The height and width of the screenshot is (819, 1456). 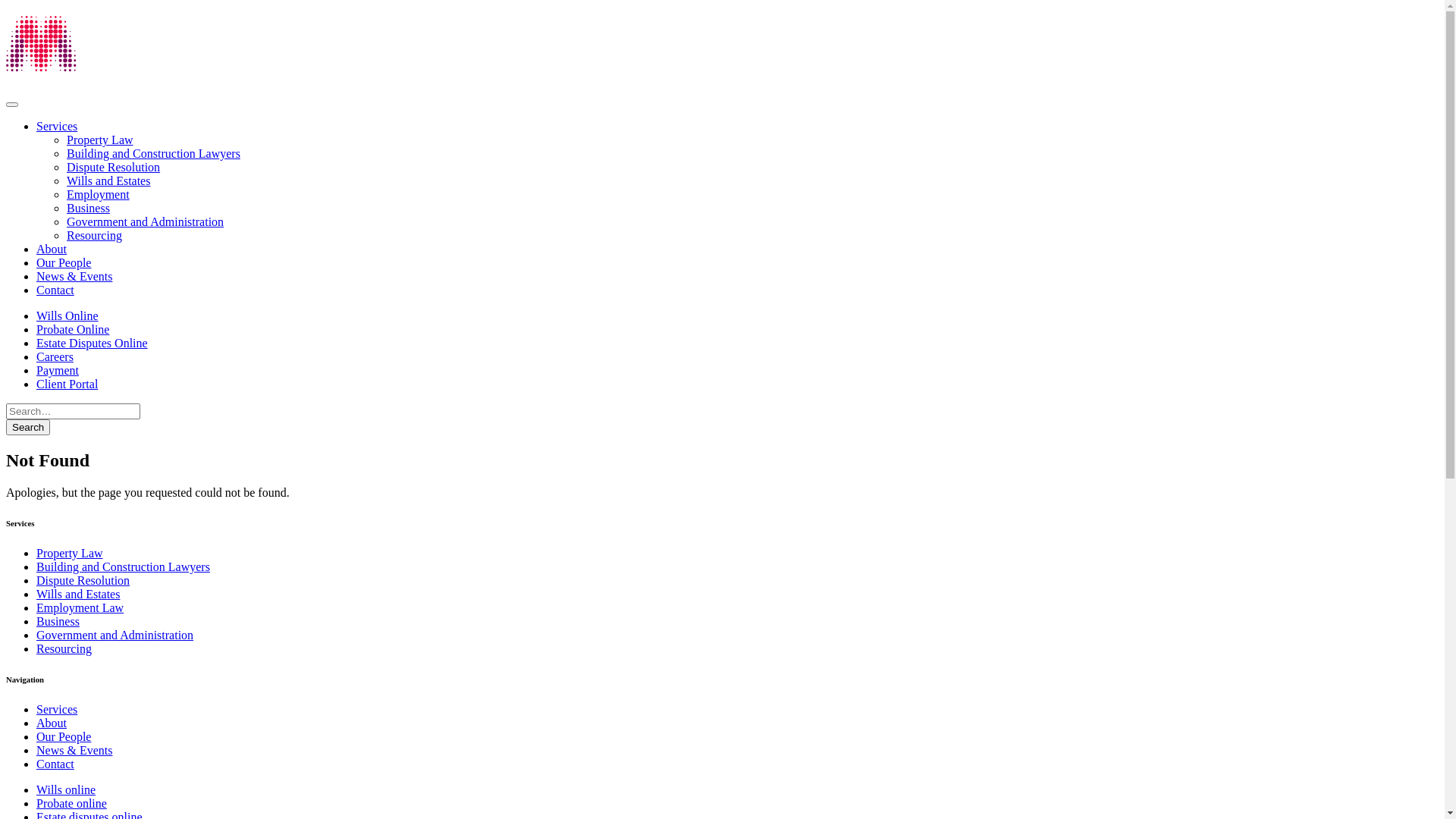 I want to click on 'About', so click(x=51, y=722).